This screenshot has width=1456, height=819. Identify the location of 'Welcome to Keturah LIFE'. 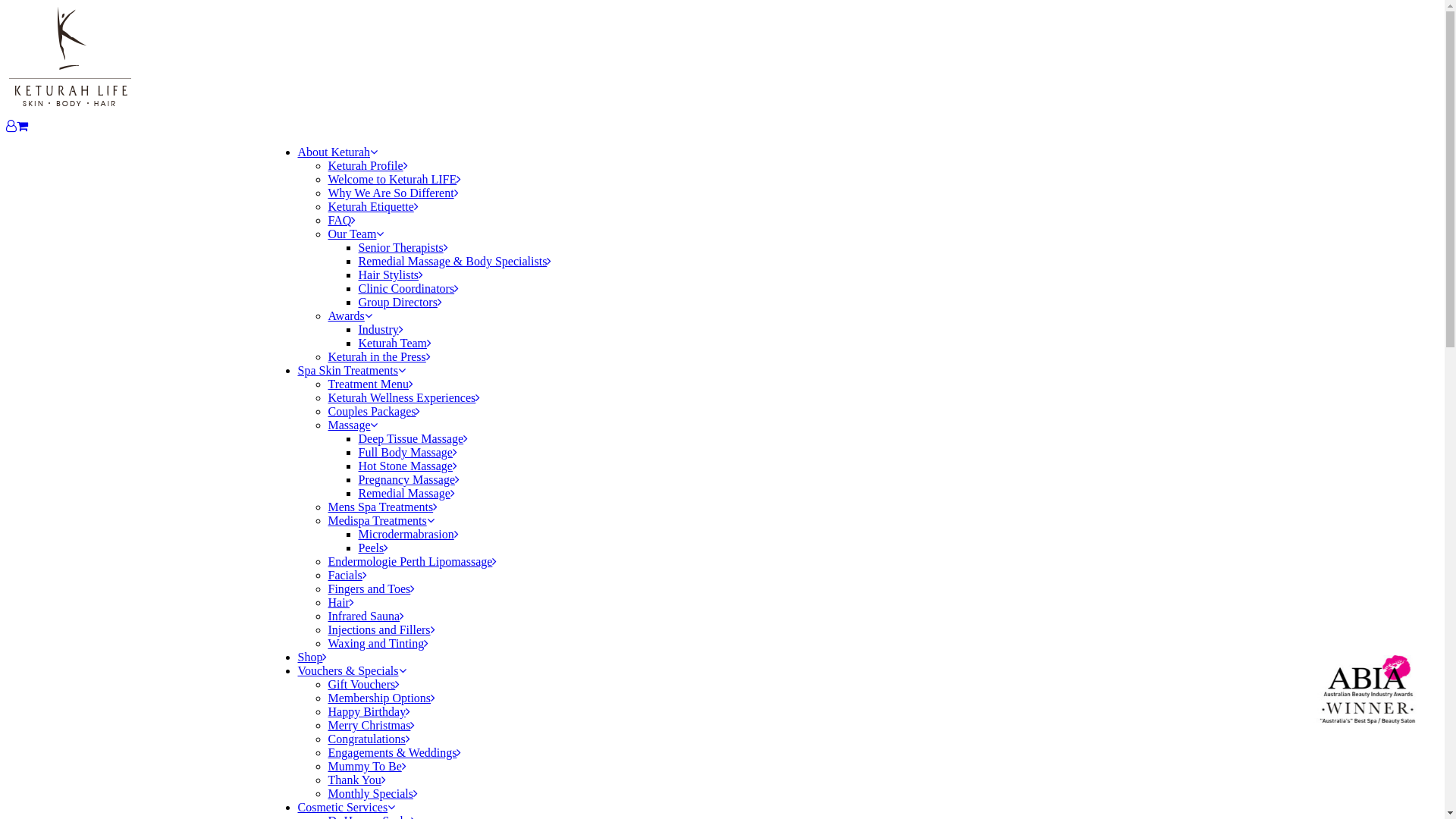
(394, 178).